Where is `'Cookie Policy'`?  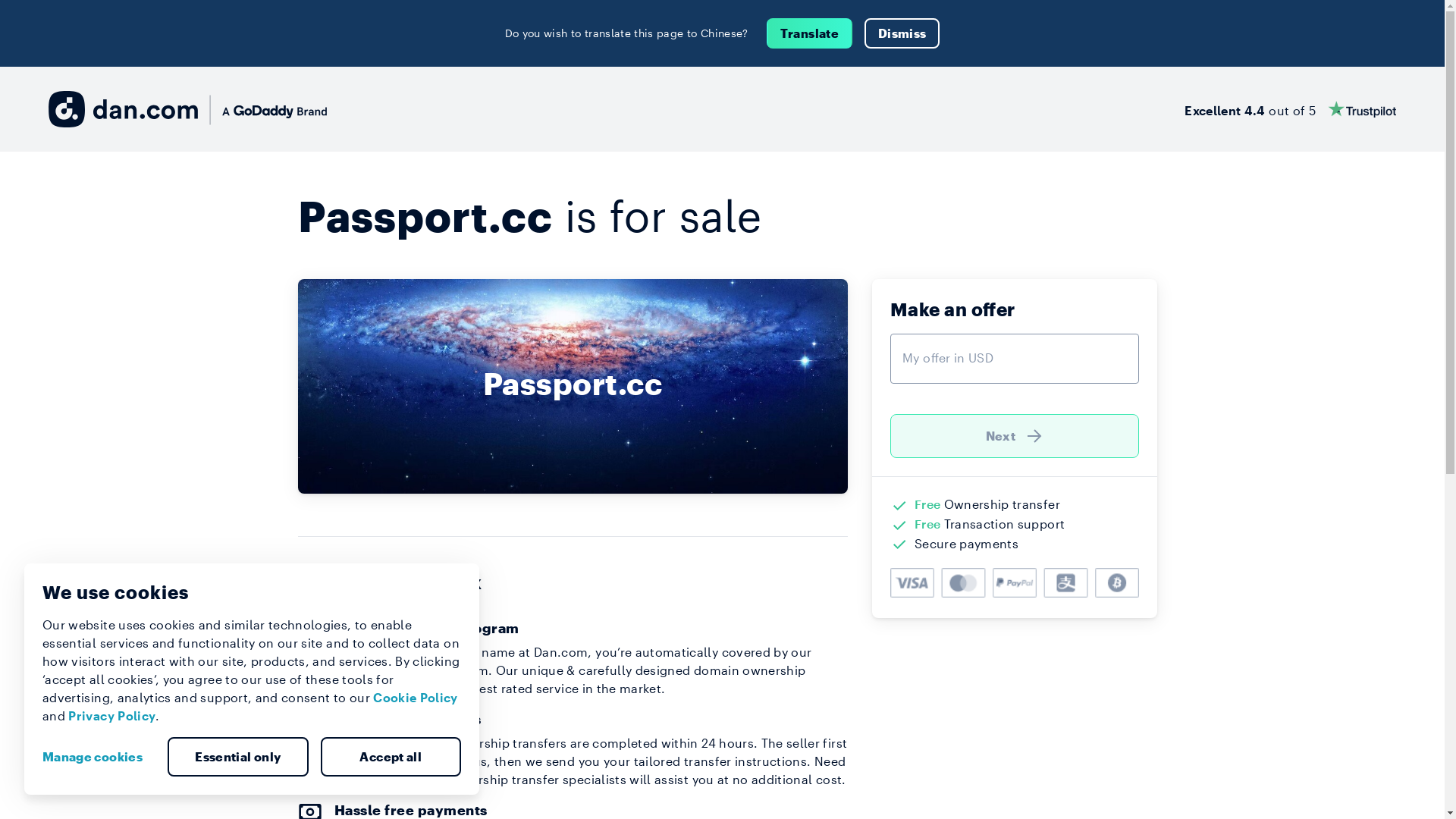
'Cookie Policy' is located at coordinates (415, 697).